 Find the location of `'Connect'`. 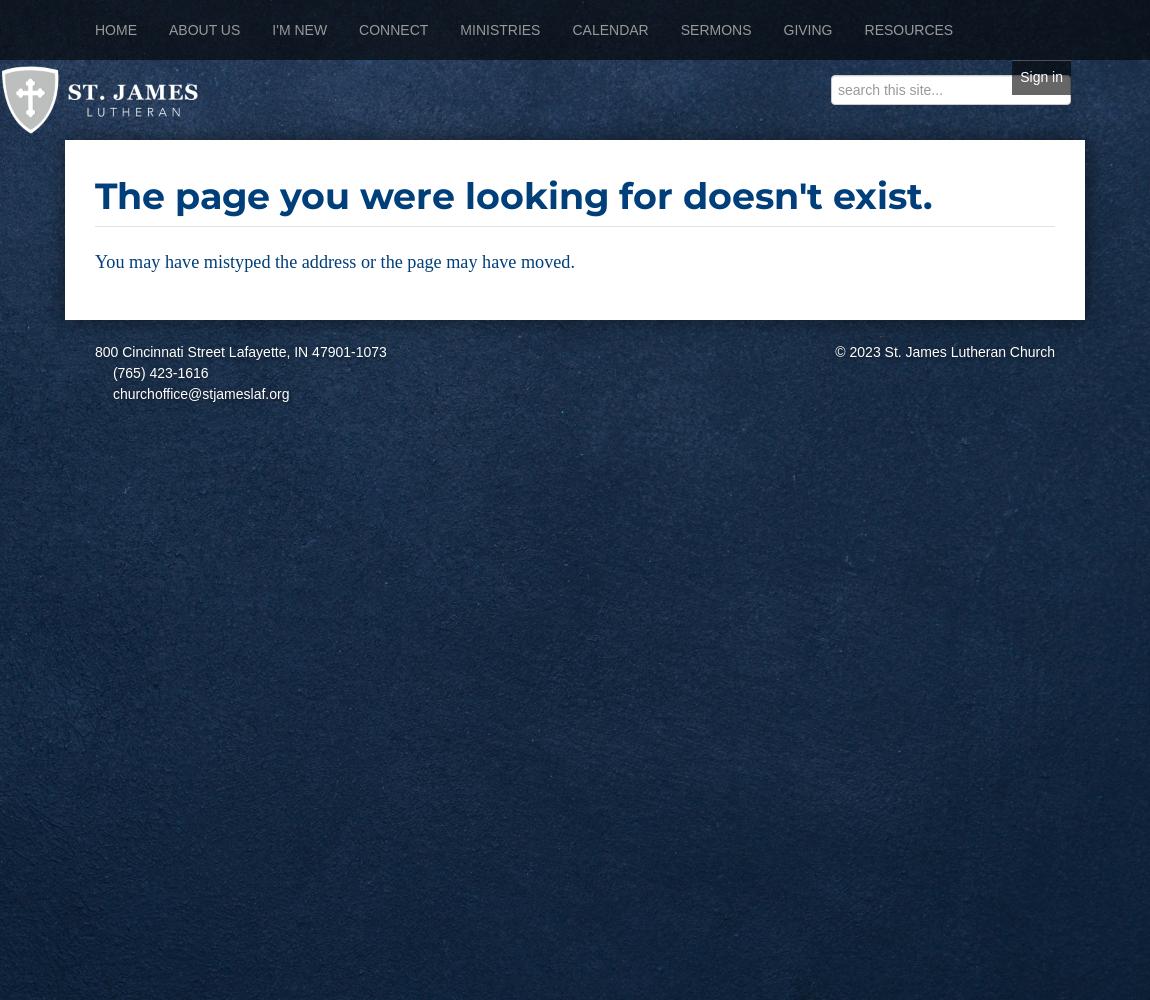

'Connect' is located at coordinates (393, 30).